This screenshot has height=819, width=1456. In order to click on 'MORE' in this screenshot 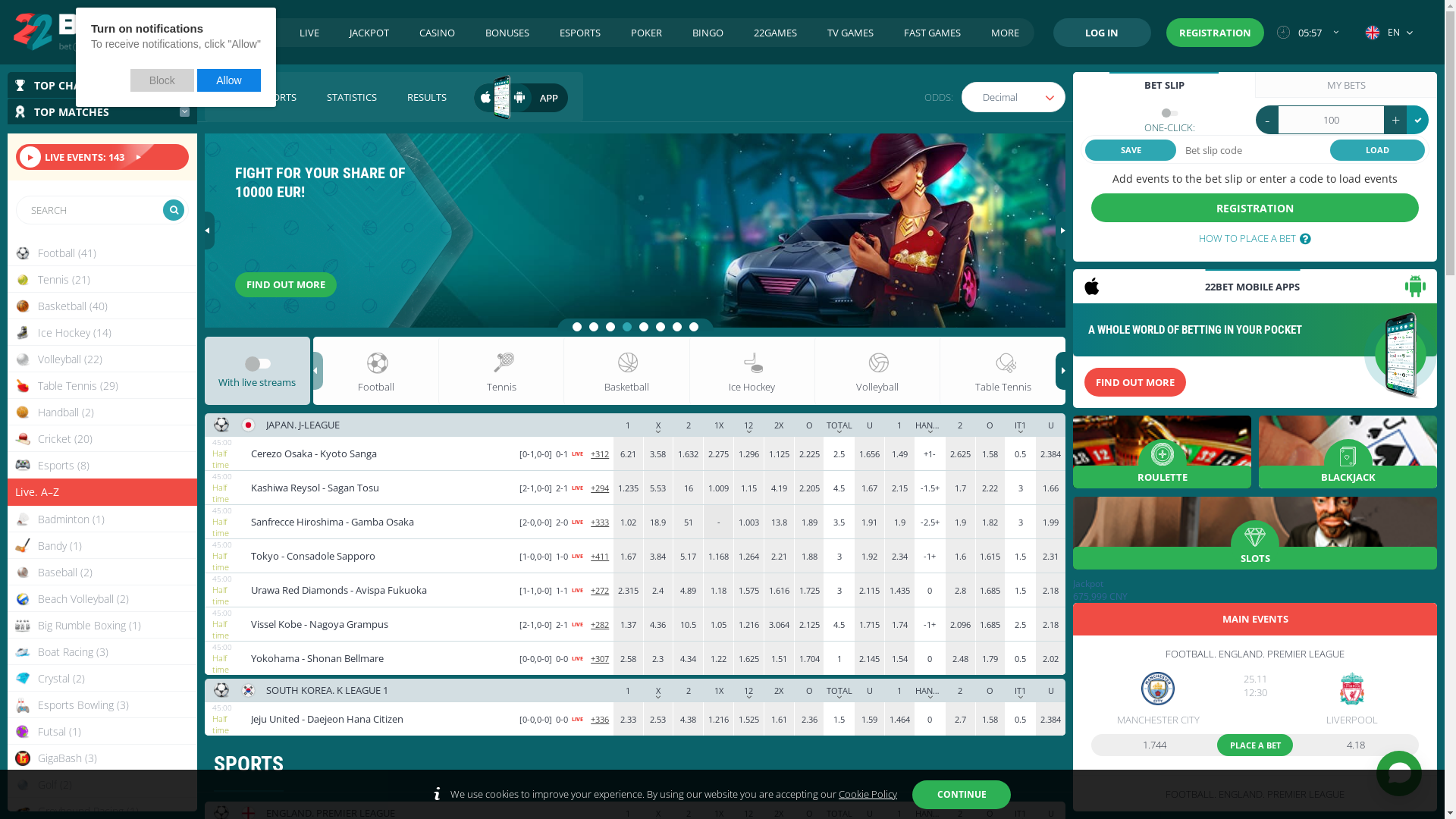, I will do `click(1005, 32)`.